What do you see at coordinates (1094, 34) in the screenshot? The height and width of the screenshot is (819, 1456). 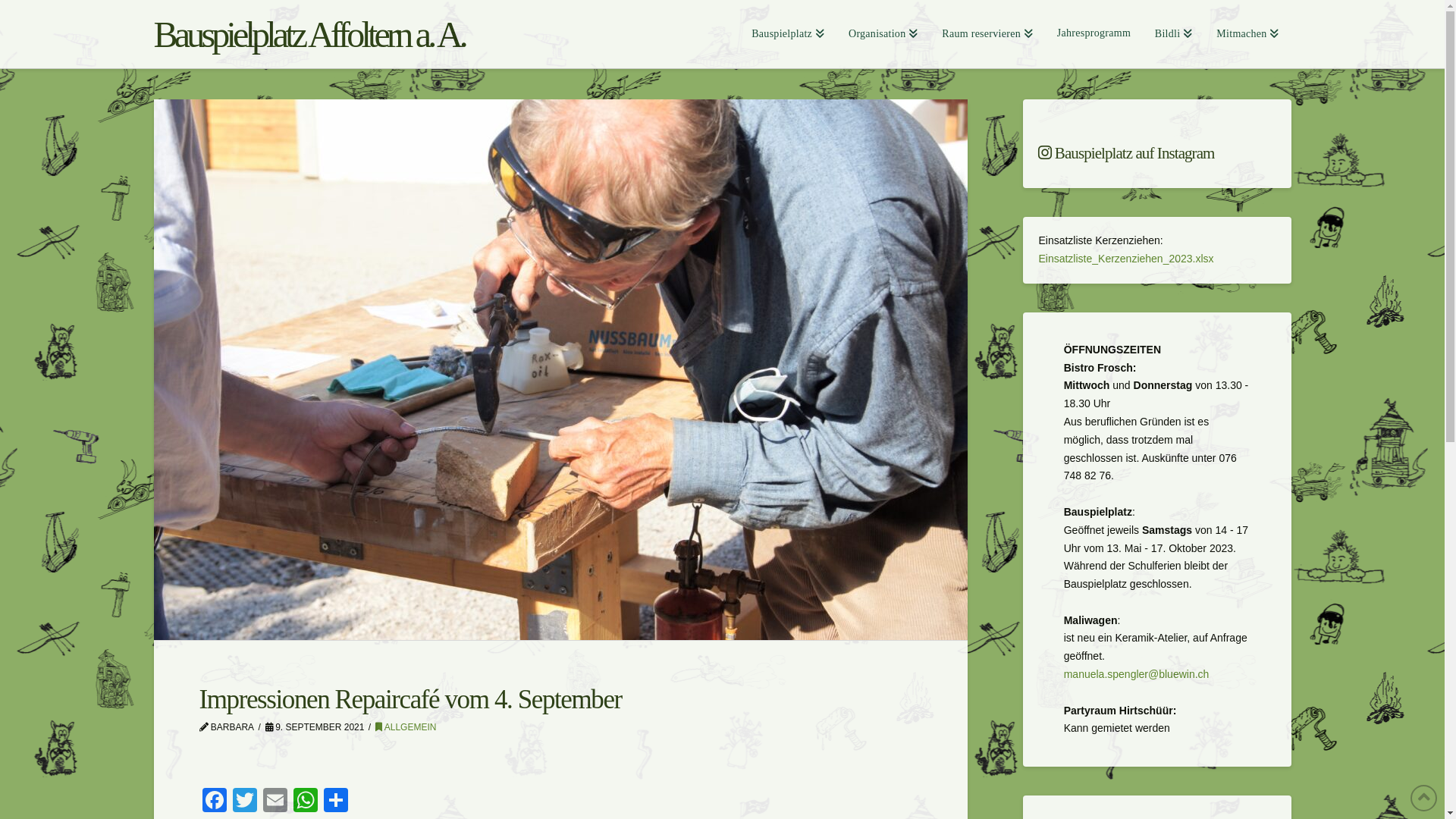 I see `'Jahresprogramm'` at bounding box center [1094, 34].